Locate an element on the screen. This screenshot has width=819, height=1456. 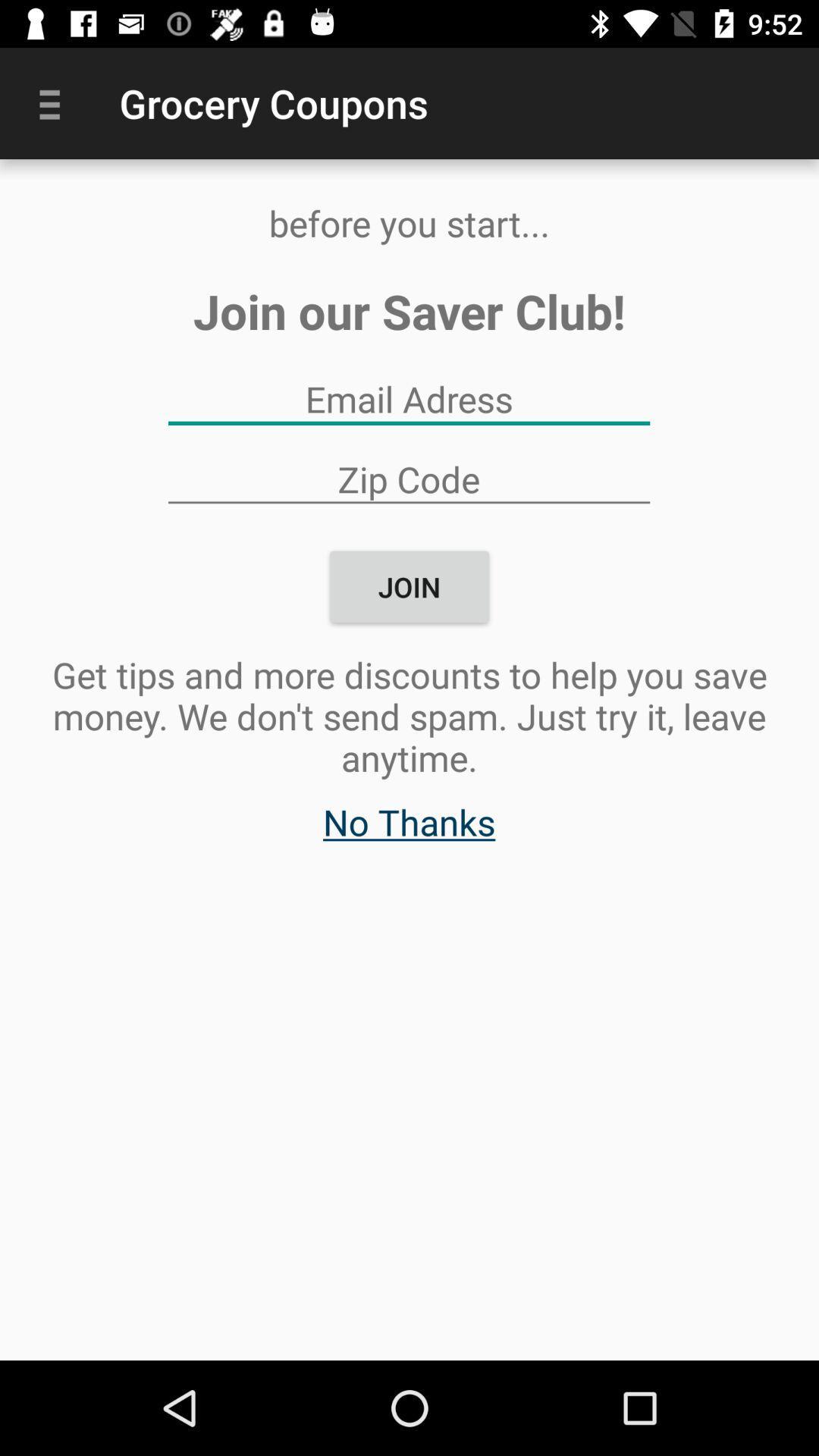
text box for entering zipcode is located at coordinates (408, 478).